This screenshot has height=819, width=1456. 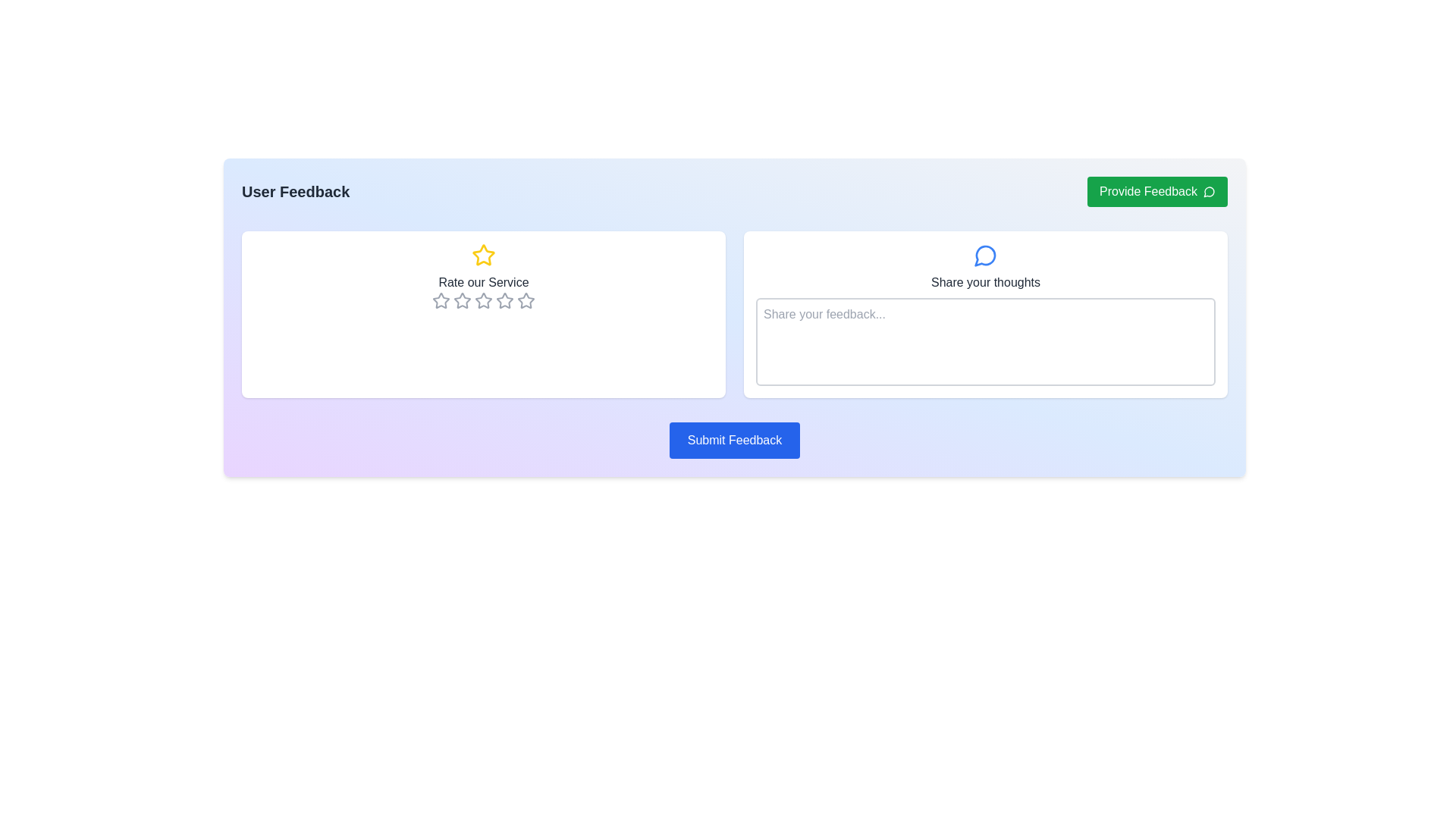 I want to click on the chat or speech bubble icon inside the 'Provide Feedback' button located in the top-right corner of the interface, so click(x=1208, y=191).